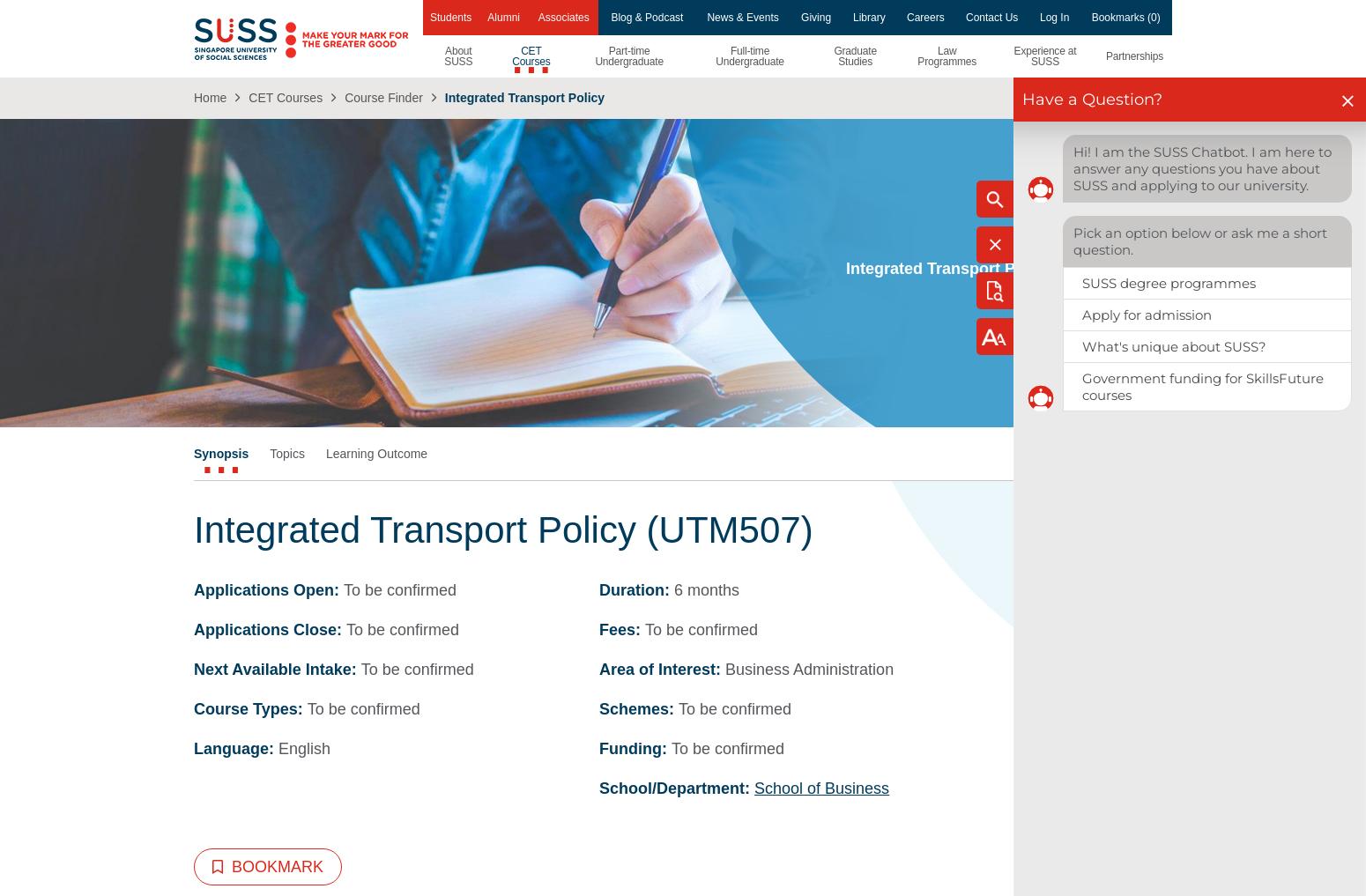 The height and width of the screenshot is (896, 1366). Describe the element at coordinates (303, 747) in the screenshot. I see `'English'` at that location.